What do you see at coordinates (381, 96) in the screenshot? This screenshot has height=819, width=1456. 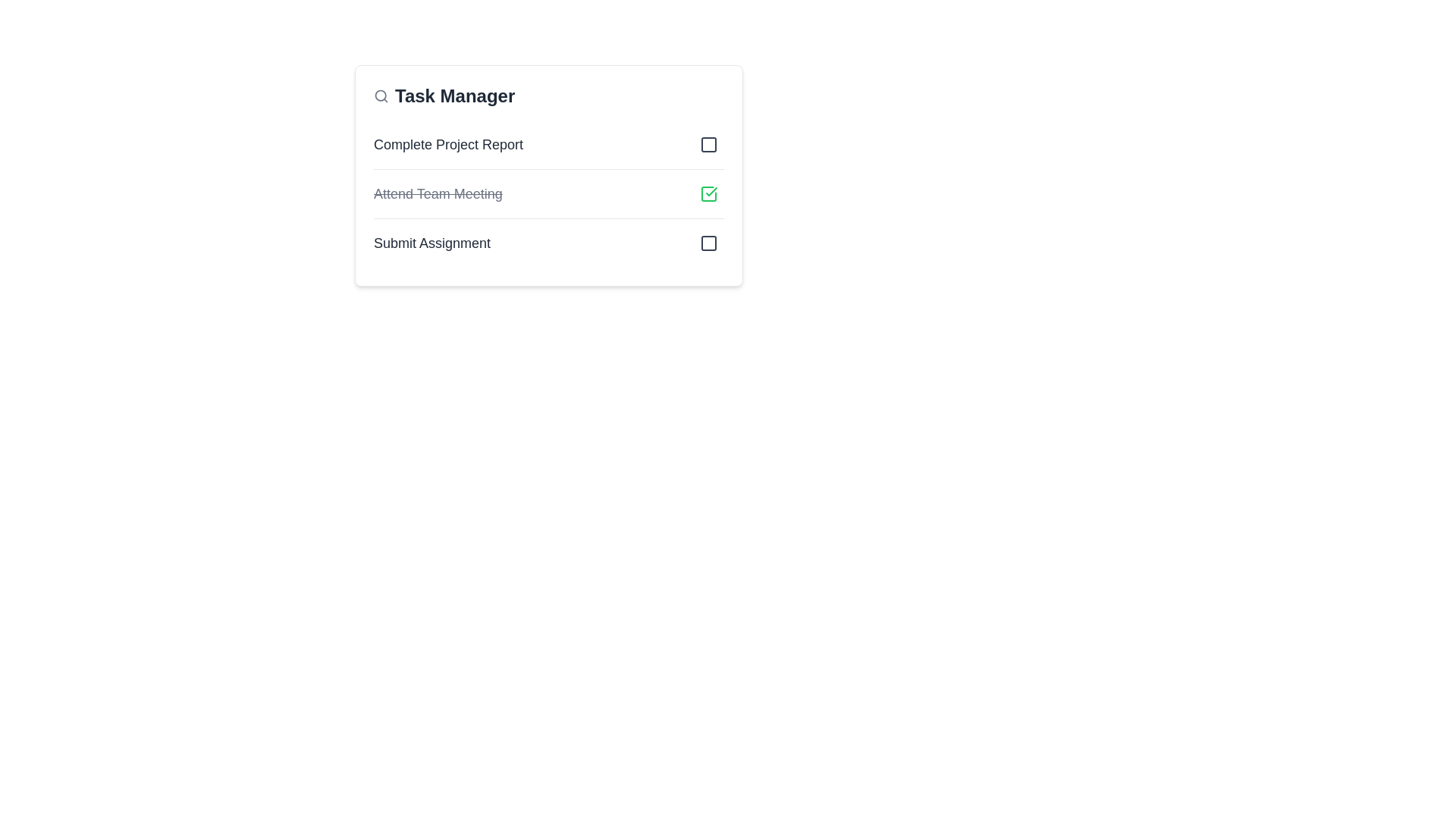 I see `the search icon located` at bounding box center [381, 96].